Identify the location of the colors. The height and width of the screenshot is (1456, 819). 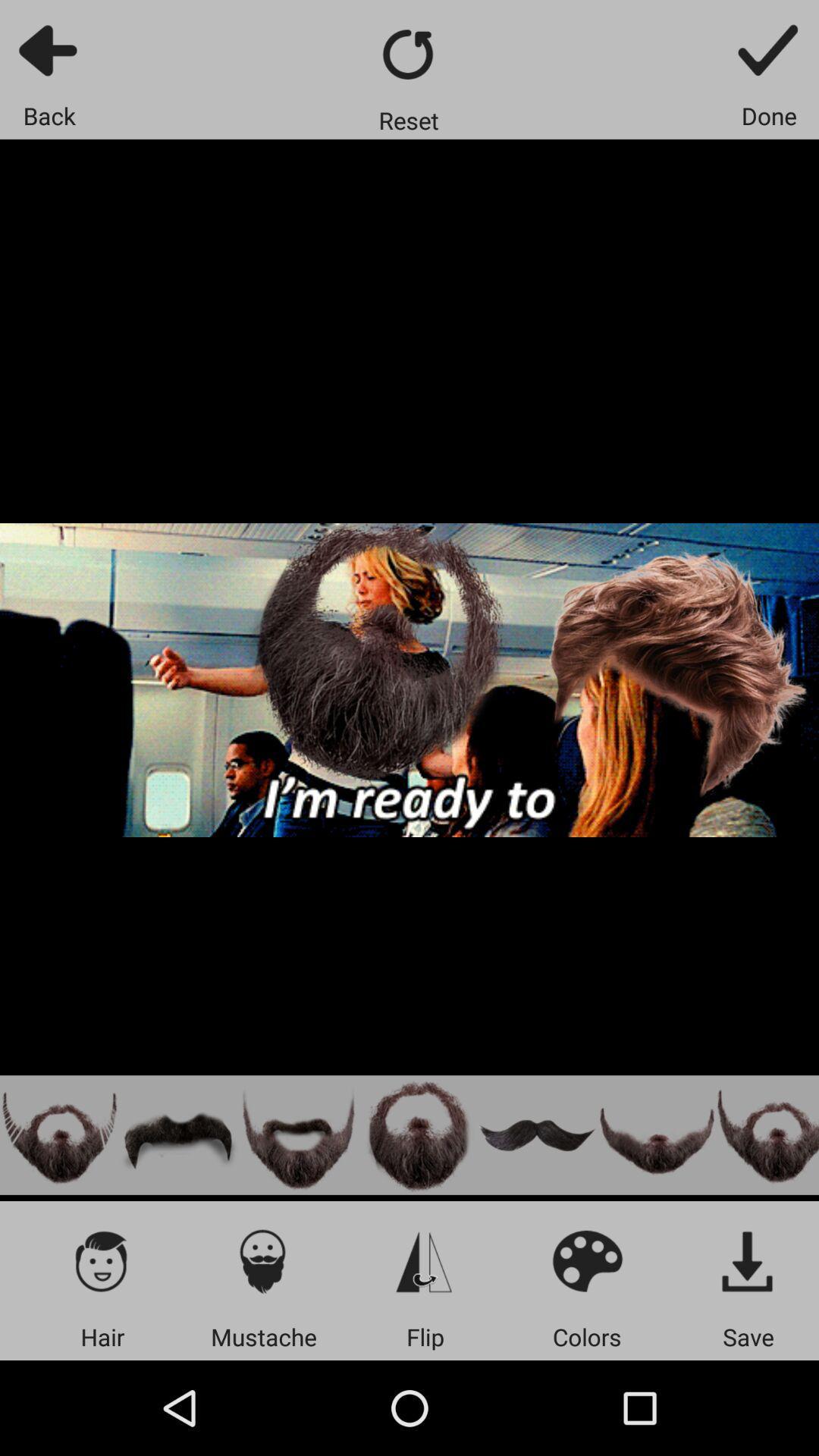
(586, 1260).